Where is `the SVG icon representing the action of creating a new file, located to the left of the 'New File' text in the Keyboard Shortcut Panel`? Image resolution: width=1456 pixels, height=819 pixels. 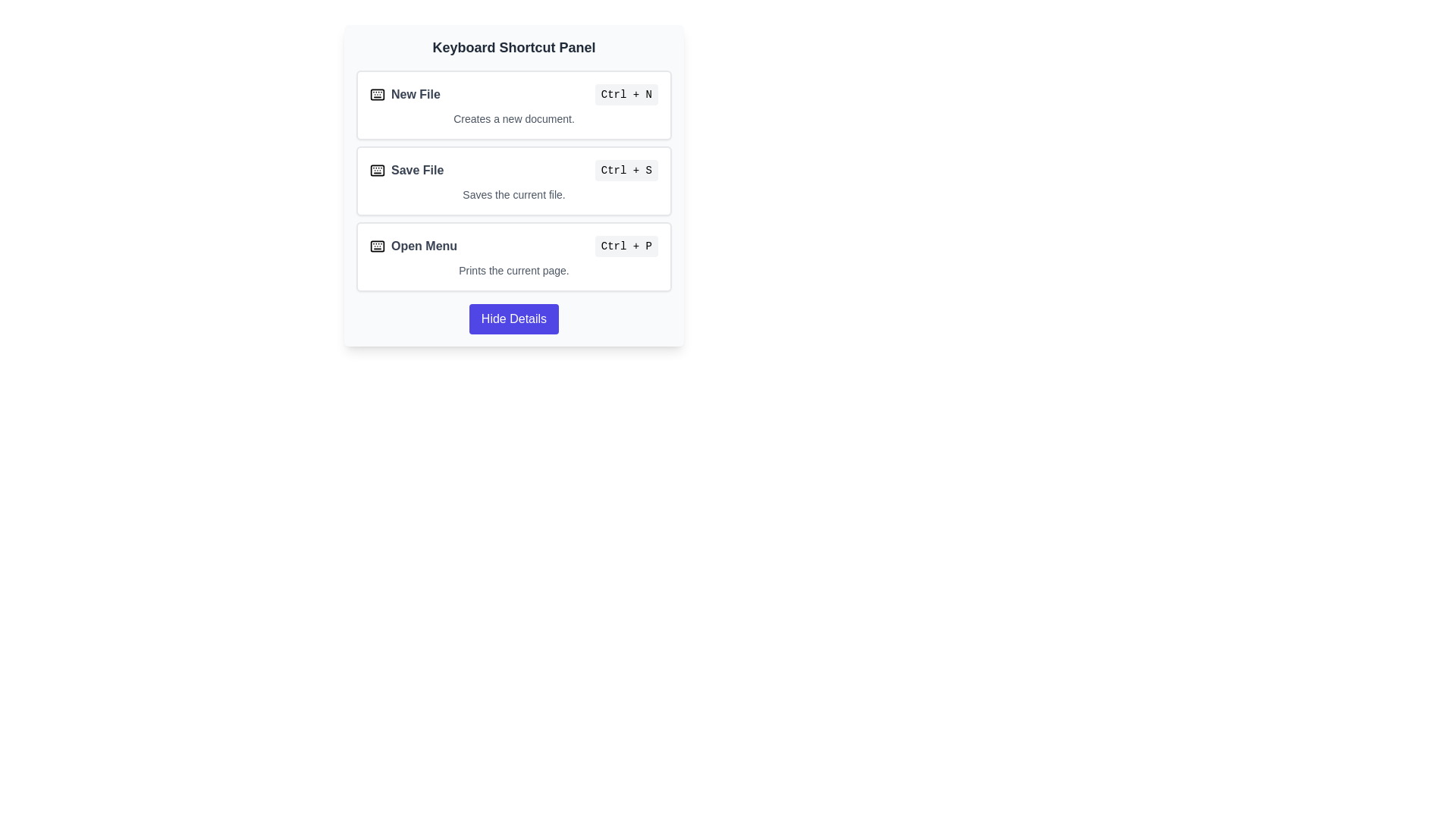 the SVG icon representing the action of creating a new file, located to the left of the 'New File' text in the Keyboard Shortcut Panel is located at coordinates (378, 94).